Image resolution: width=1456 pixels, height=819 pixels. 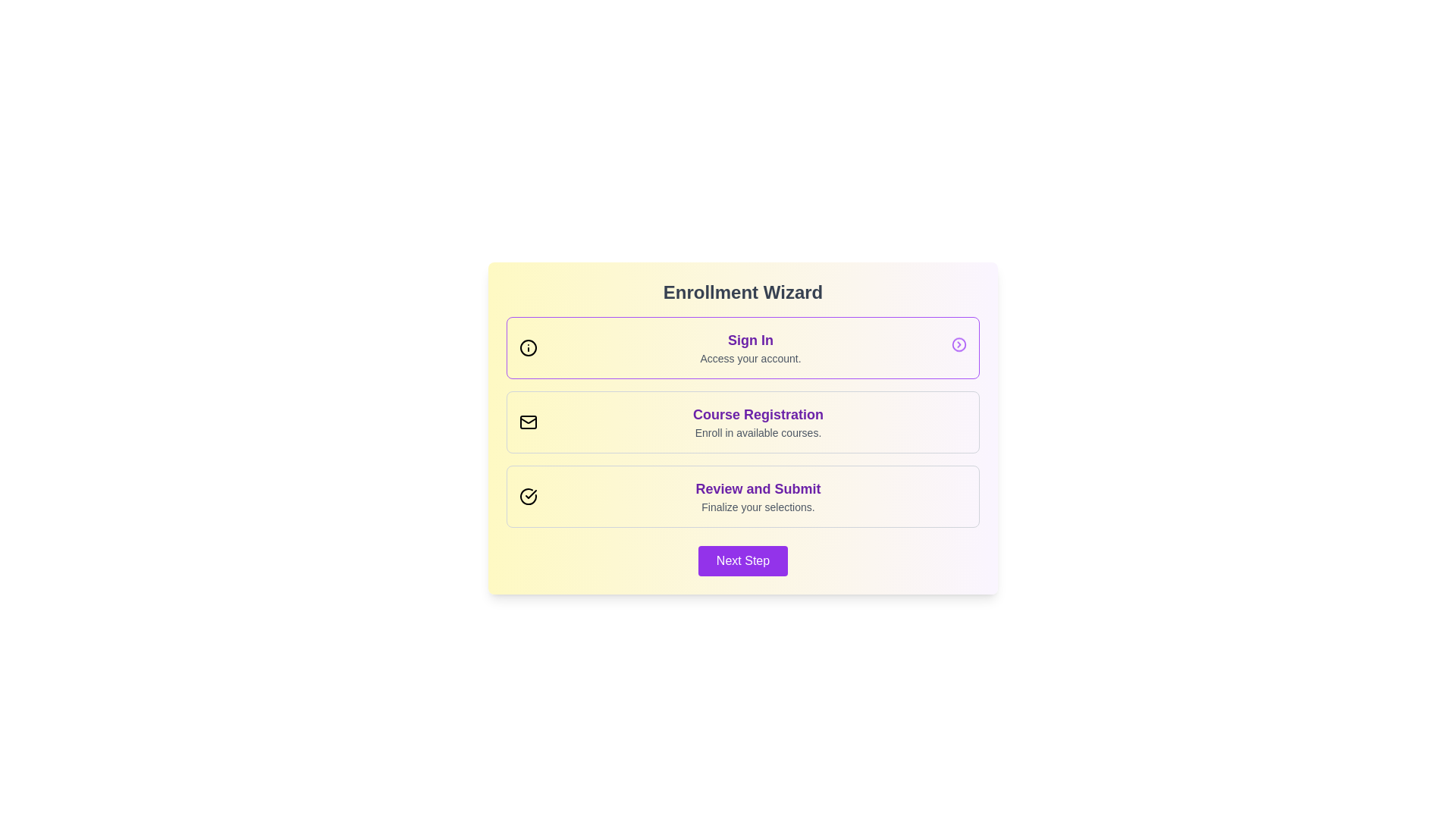 What do you see at coordinates (742, 422) in the screenshot?
I see `the Informational display unit that has a light yellow to white gradient background, rounded corners, and contains two lines of text with a purple top text and a gray bottom text, positioned between 'Sign In' and 'Review and Submit' in the 'Enrollment Wizard'` at bounding box center [742, 422].